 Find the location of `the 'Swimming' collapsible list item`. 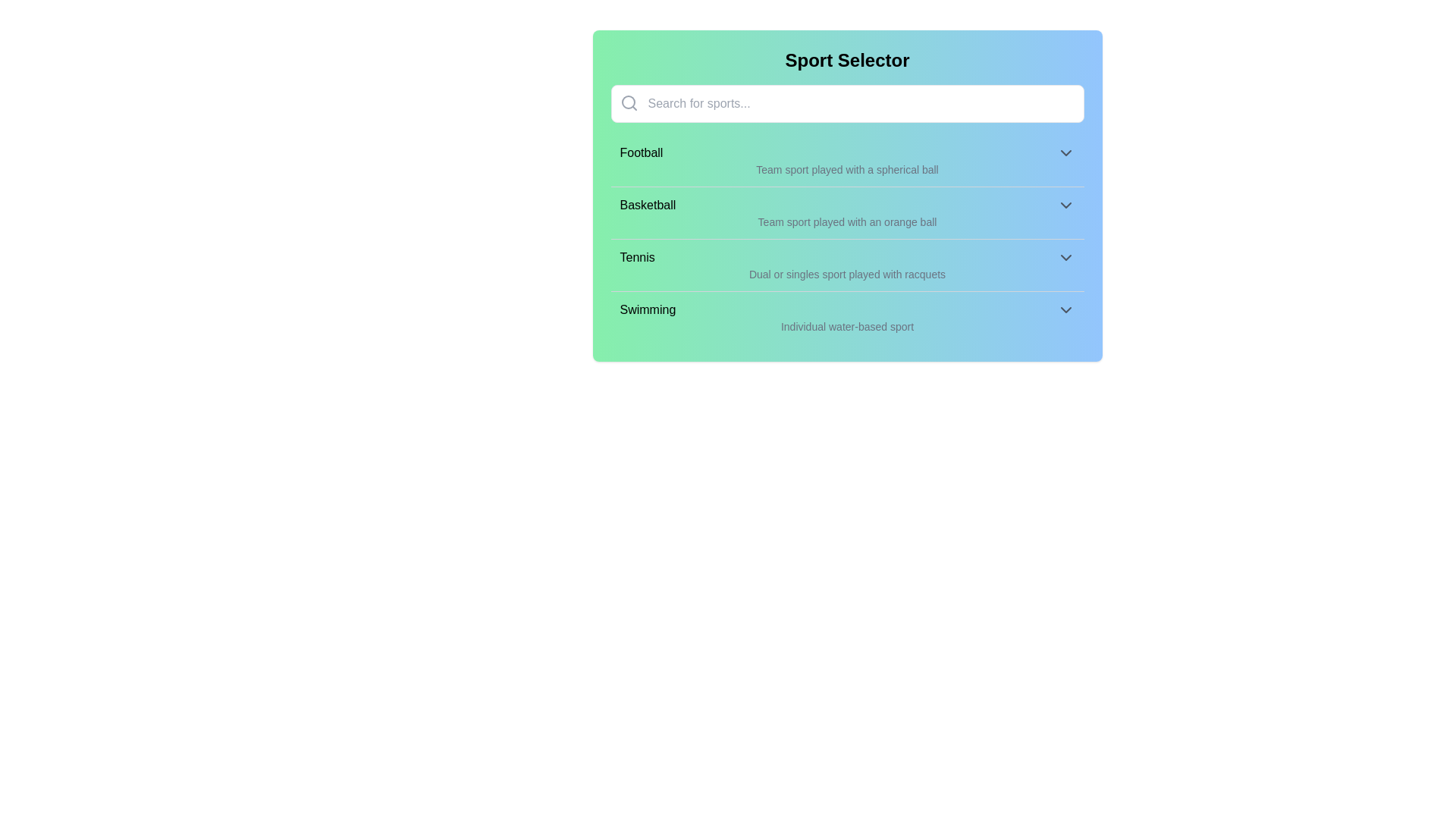

the 'Swimming' collapsible list item is located at coordinates (846, 316).